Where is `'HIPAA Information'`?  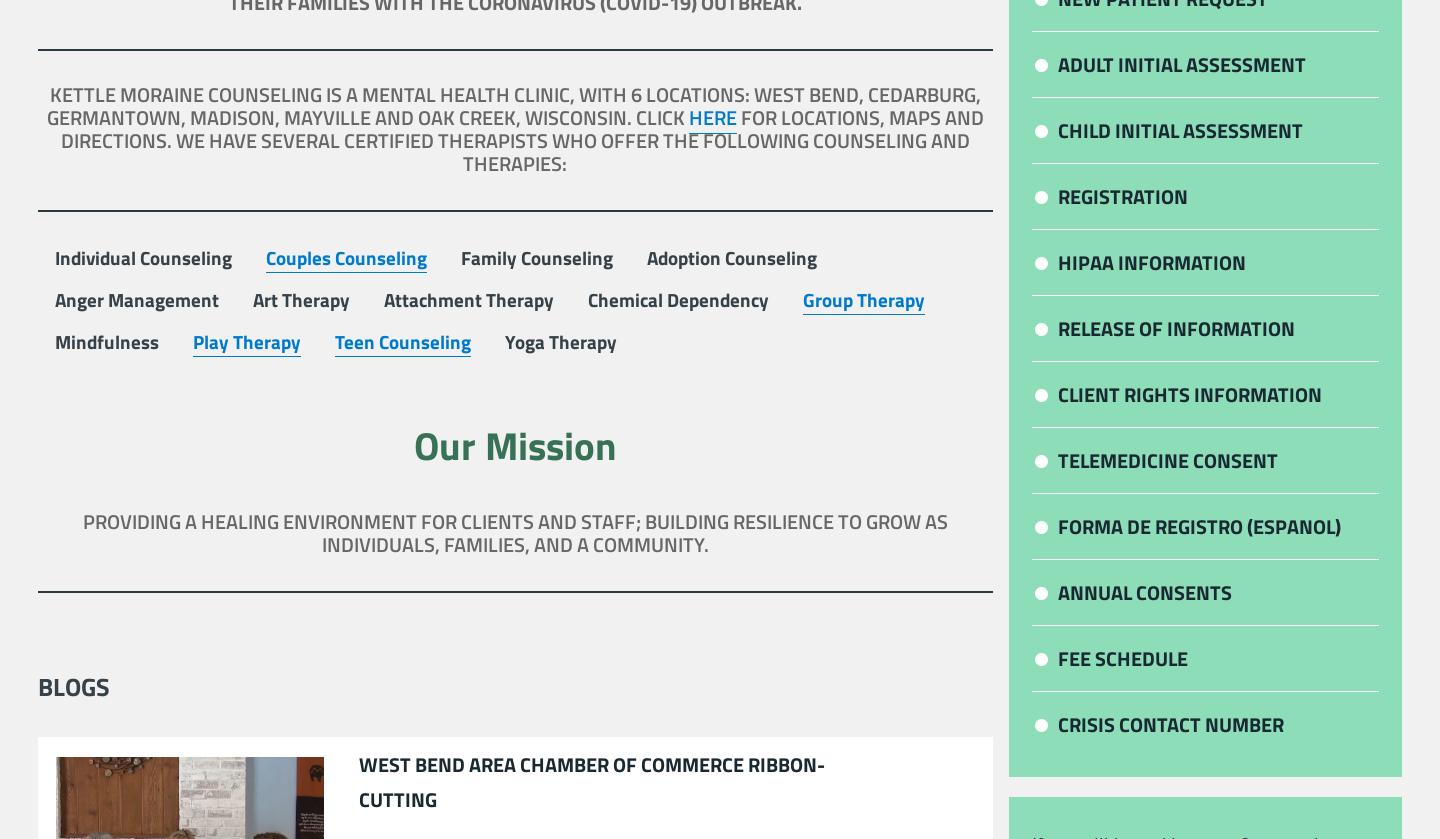
'HIPAA Information' is located at coordinates (1152, 262).